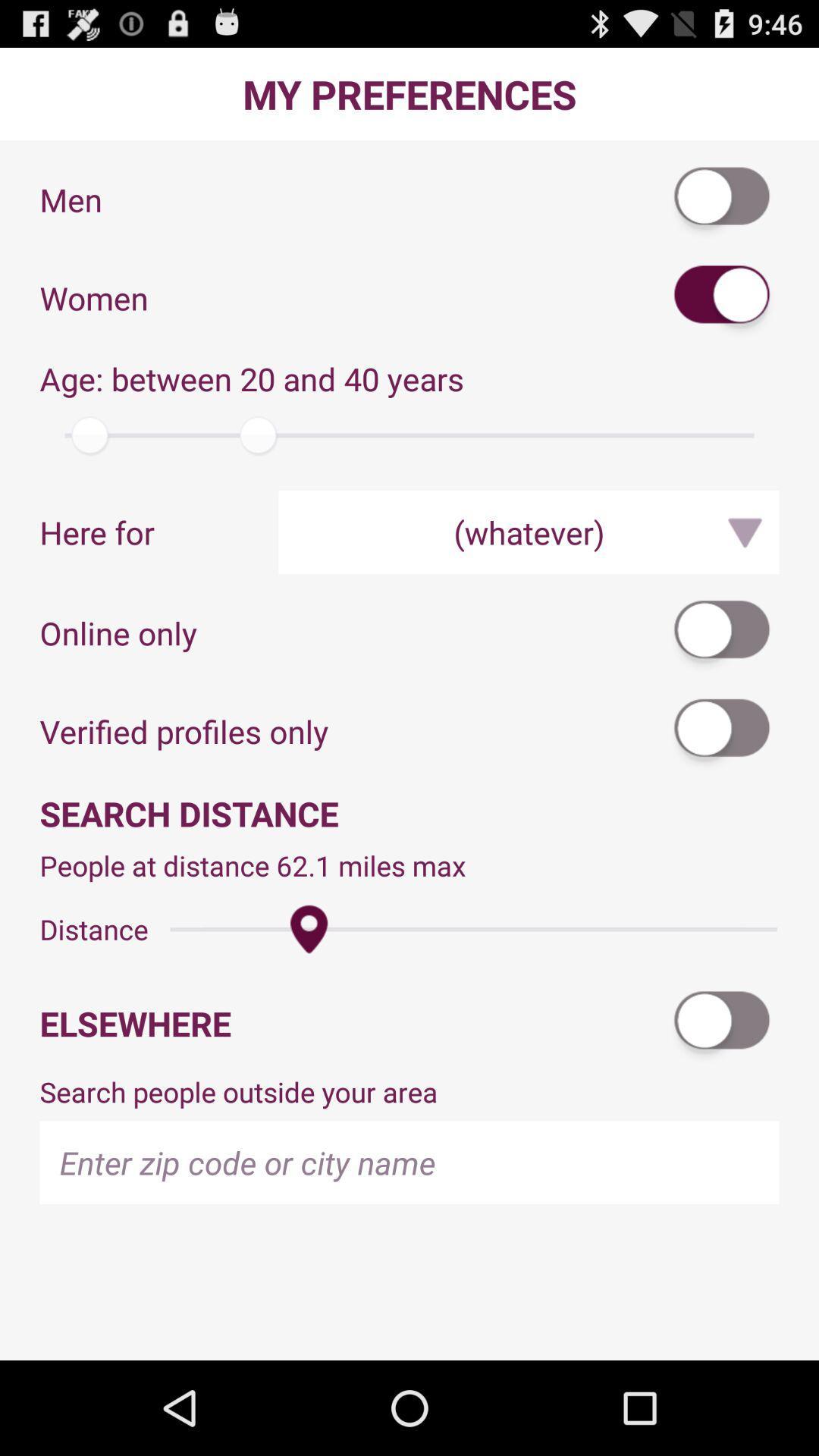  Describe the element at coordinates (722, 1023) in the screenshot. I see `elsewhere setting` at that location.